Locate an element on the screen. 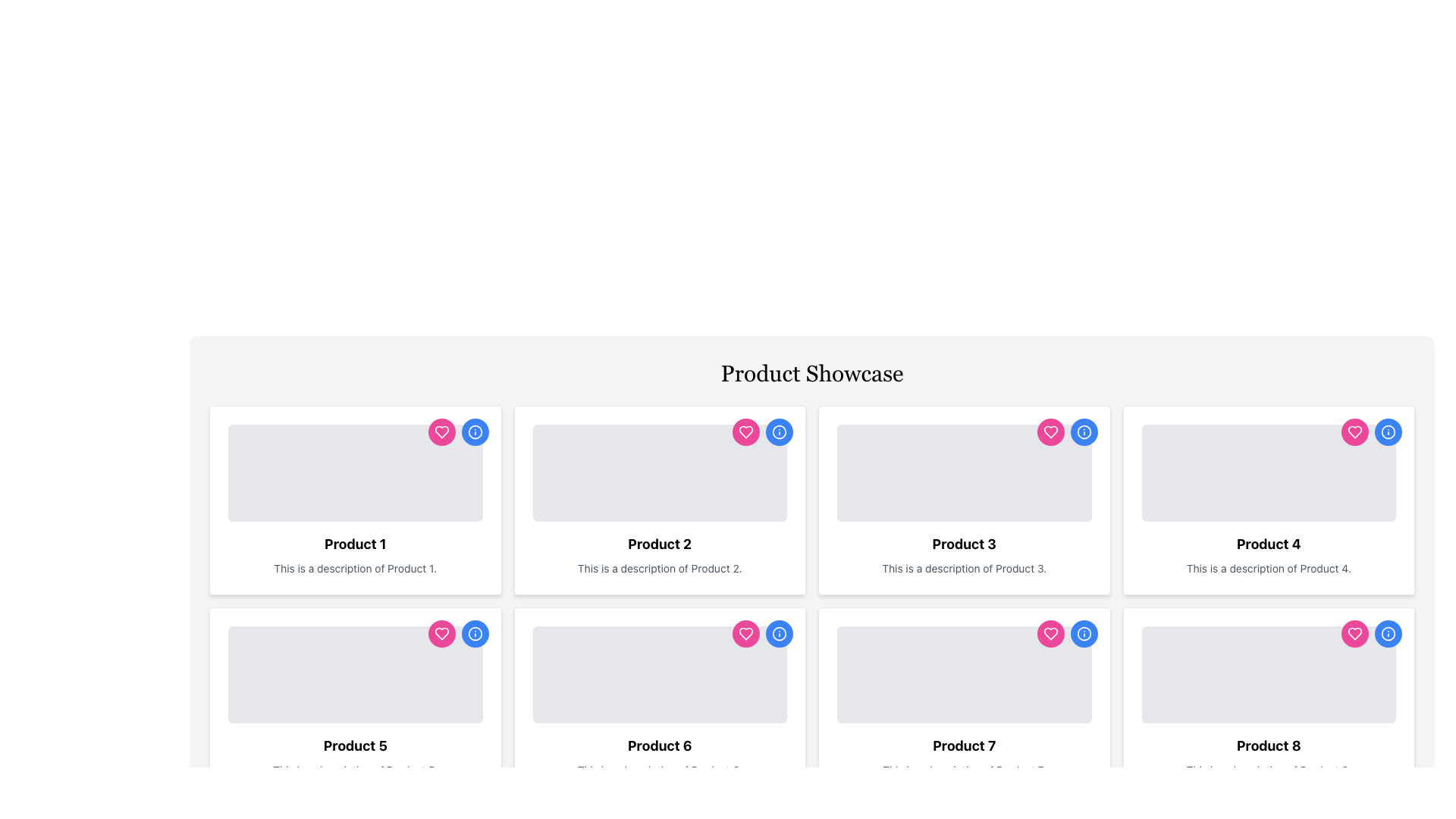  the informational button with an icon located at the top-right corner of the 'Product 6' card is located at coordinates (763, 634).